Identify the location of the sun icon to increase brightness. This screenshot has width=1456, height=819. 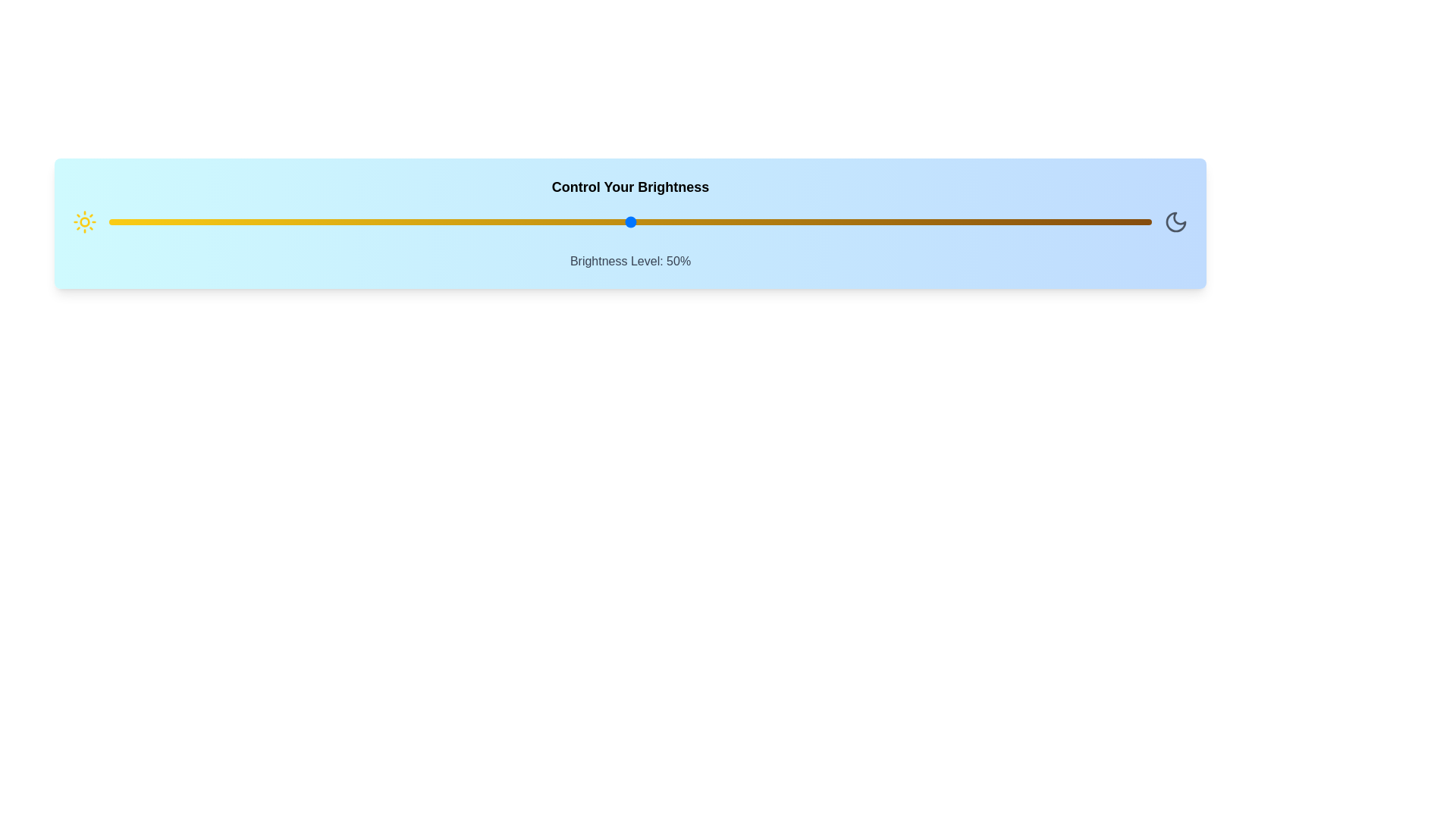
(83, 222).